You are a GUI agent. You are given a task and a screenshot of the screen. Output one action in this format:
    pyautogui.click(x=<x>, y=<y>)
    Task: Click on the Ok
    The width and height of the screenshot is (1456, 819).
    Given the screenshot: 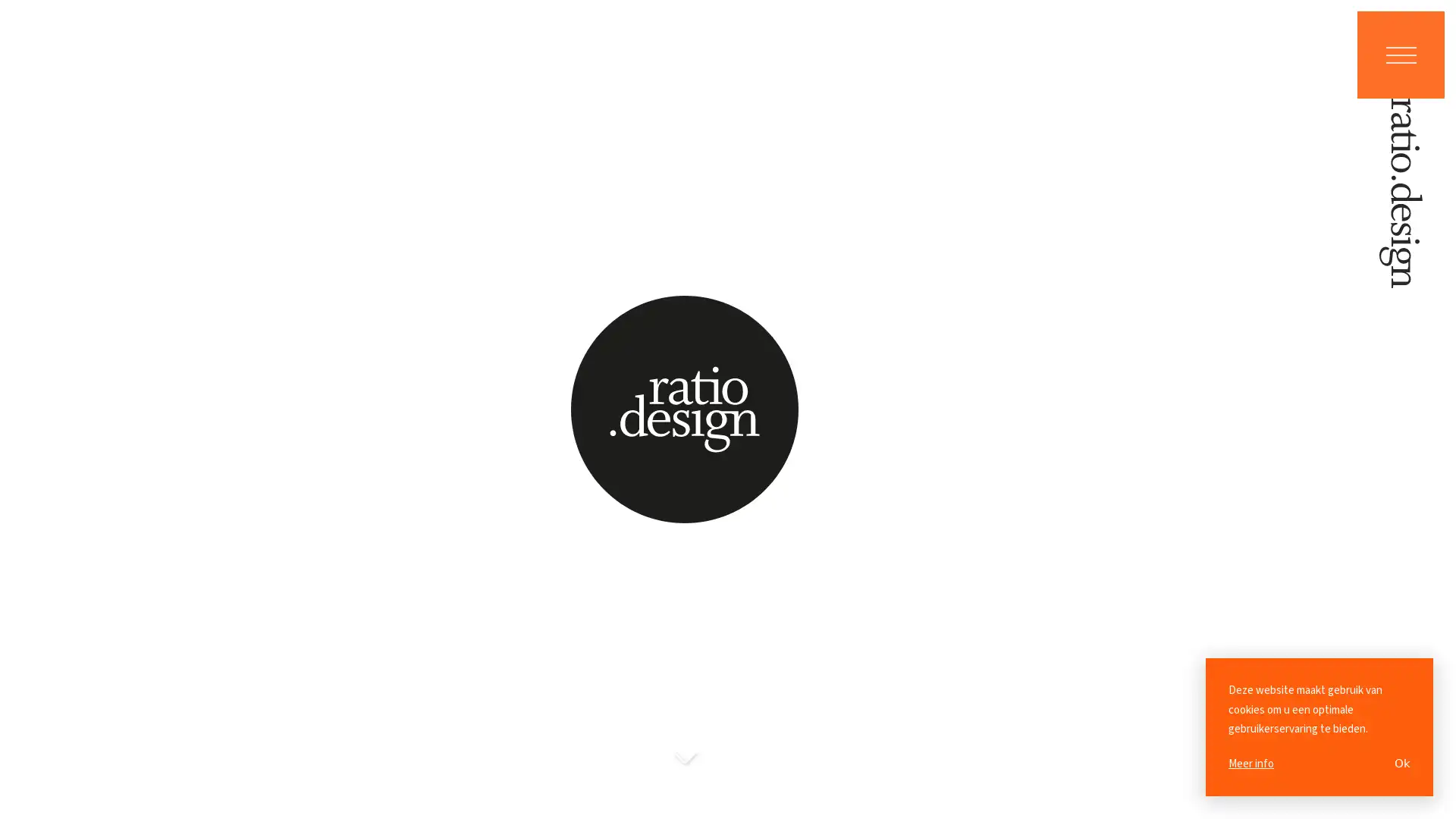 What is the action you would take?
    pyautogui.click(x=1401, y=763)
    